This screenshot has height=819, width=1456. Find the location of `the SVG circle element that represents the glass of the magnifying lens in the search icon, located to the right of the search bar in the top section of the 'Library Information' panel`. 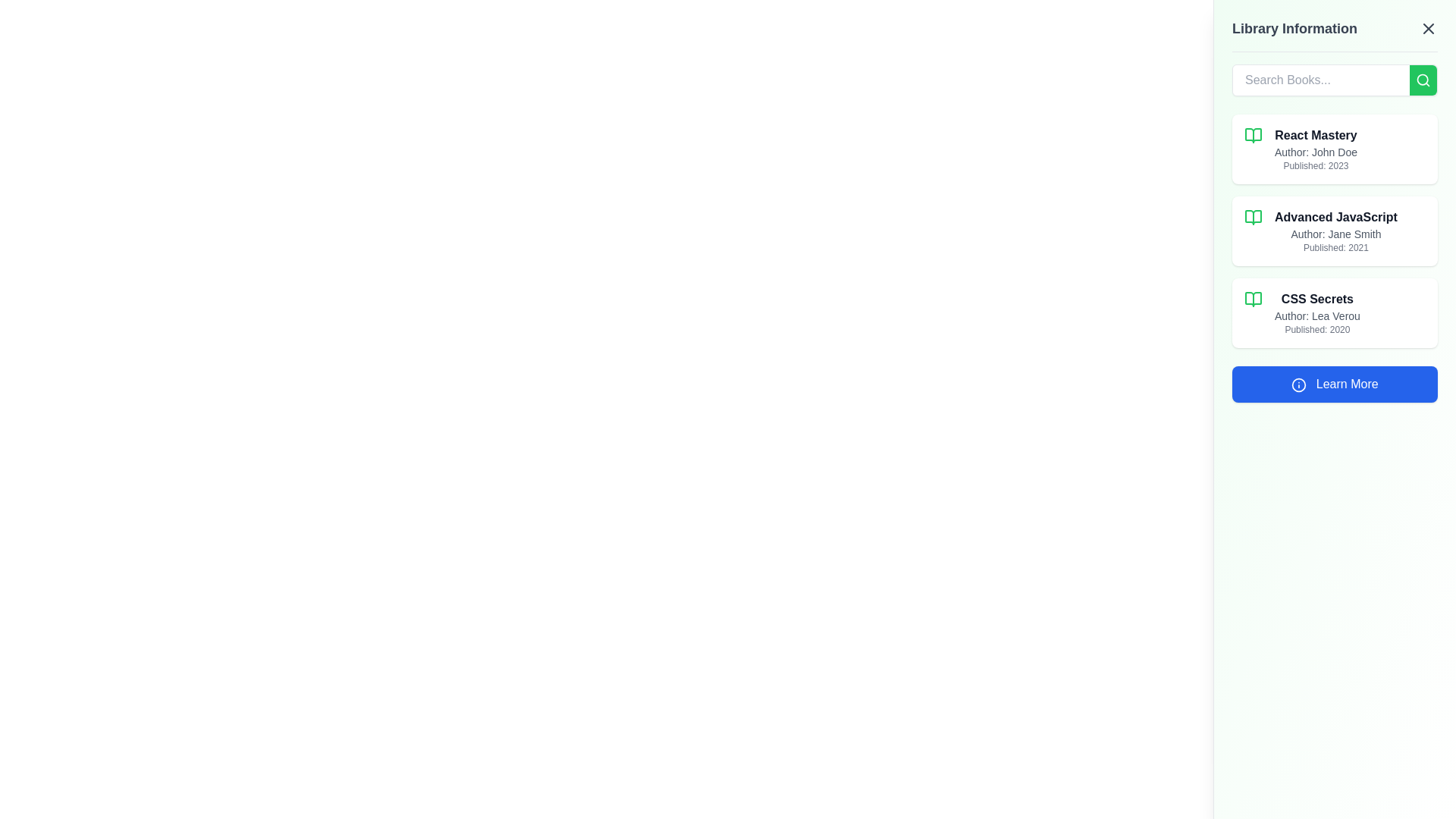

the SVG circle element that represents the glass of the magnifying lens in the search icon, located to the right of the search bar in the top section of the 'Library Information' panel is located at coordinates (1422, 80).